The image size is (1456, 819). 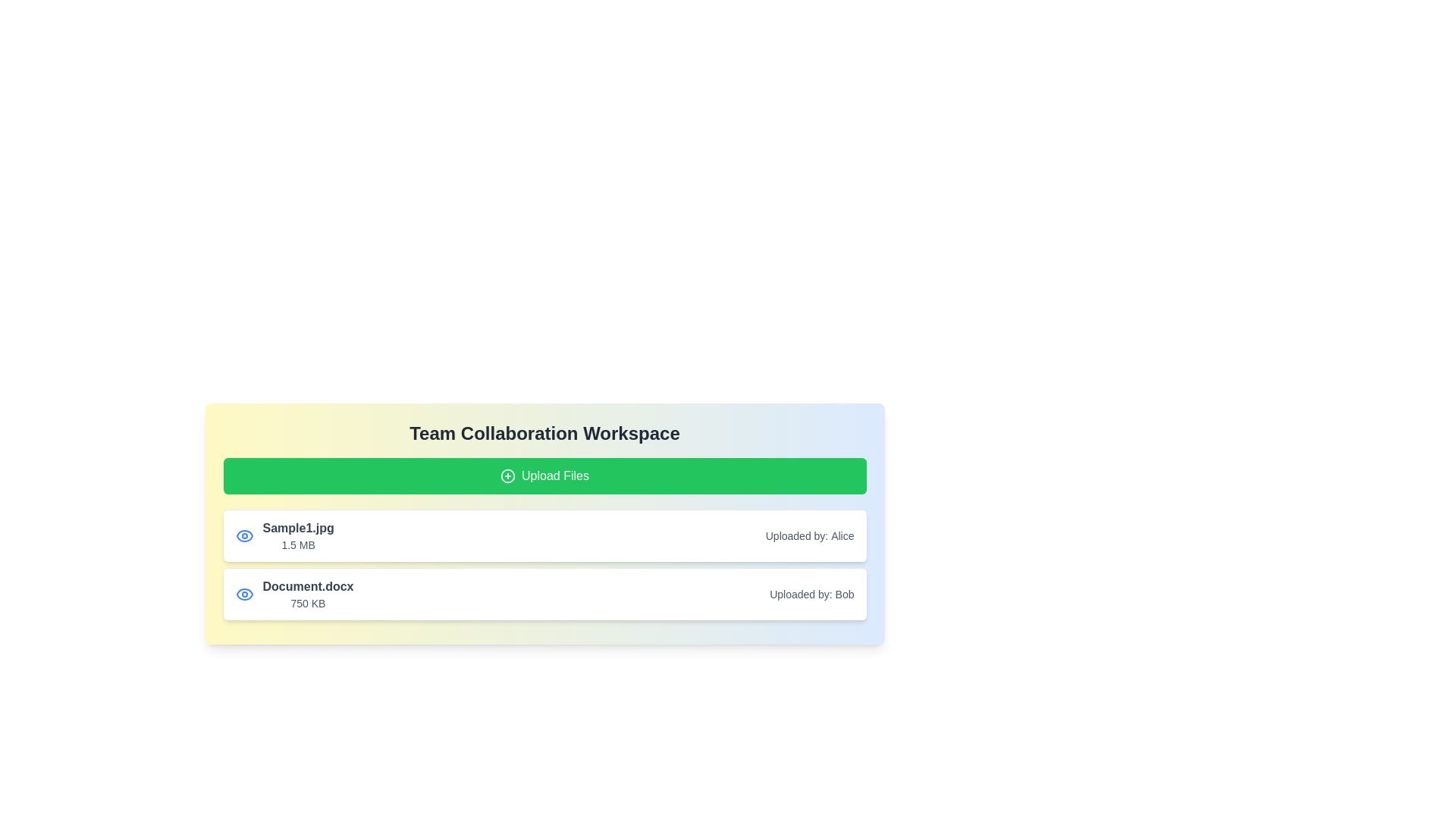 I want to click on the innermost circular shape inside the '+' icon, which is used for adding new items, located to the left of the 'Upload Files' label, so click(x=508, y=475).